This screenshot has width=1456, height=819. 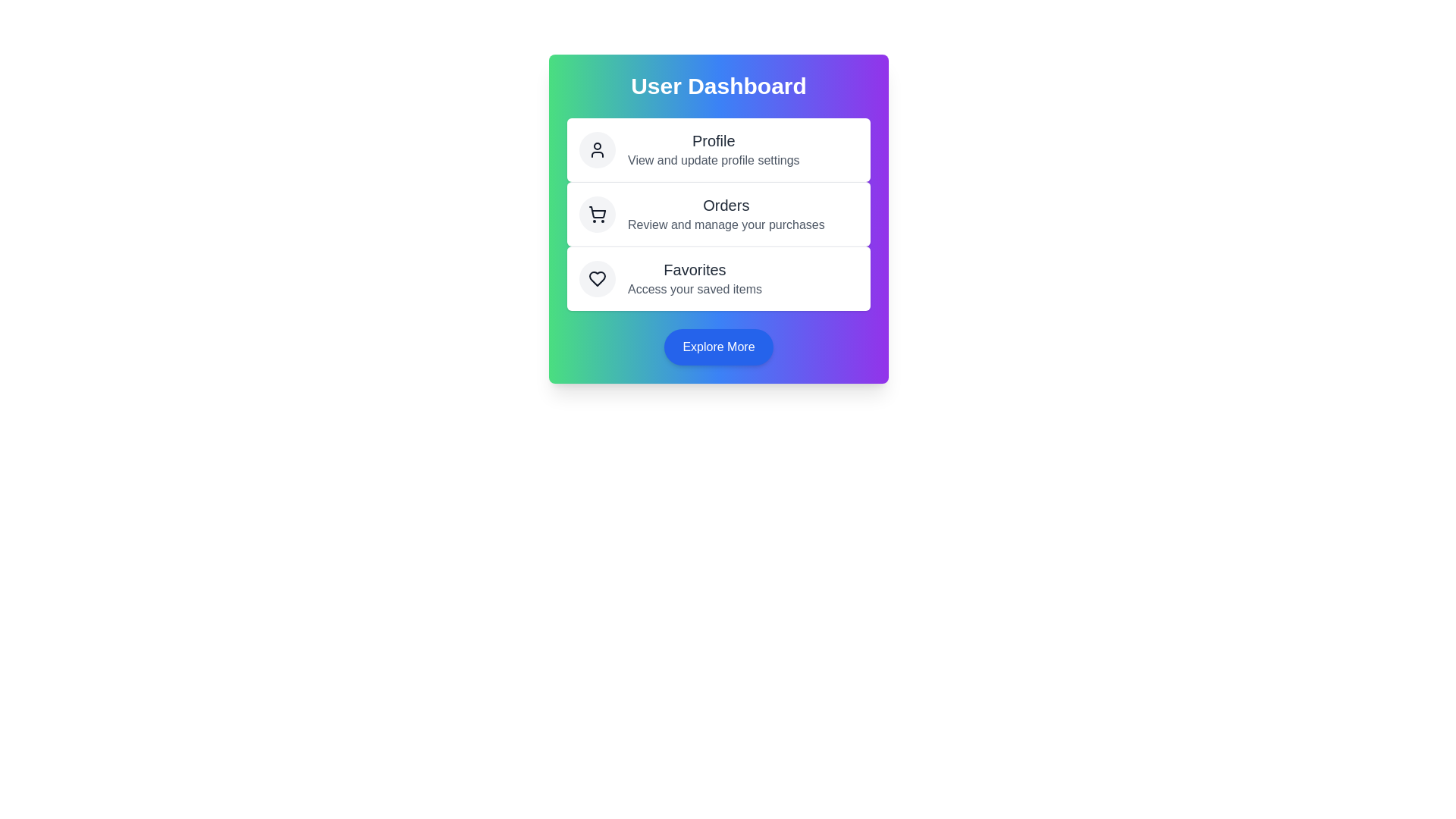 What do you see at coordinates (694, 268) in the screenshot?
I see `the text element Favorites for copying or reading` at bounding box center [694, 268].